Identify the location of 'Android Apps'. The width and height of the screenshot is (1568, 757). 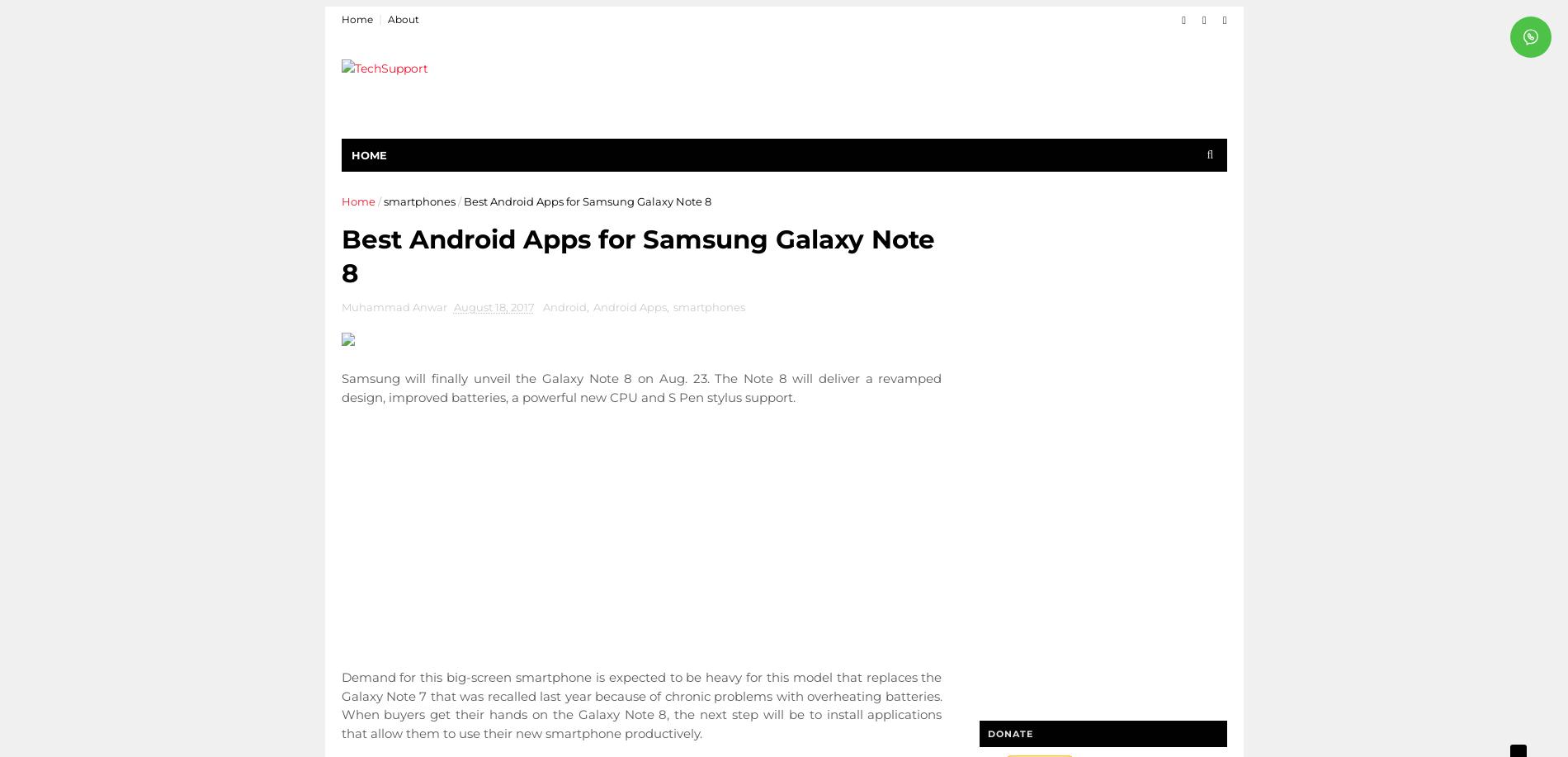
(628, 306).